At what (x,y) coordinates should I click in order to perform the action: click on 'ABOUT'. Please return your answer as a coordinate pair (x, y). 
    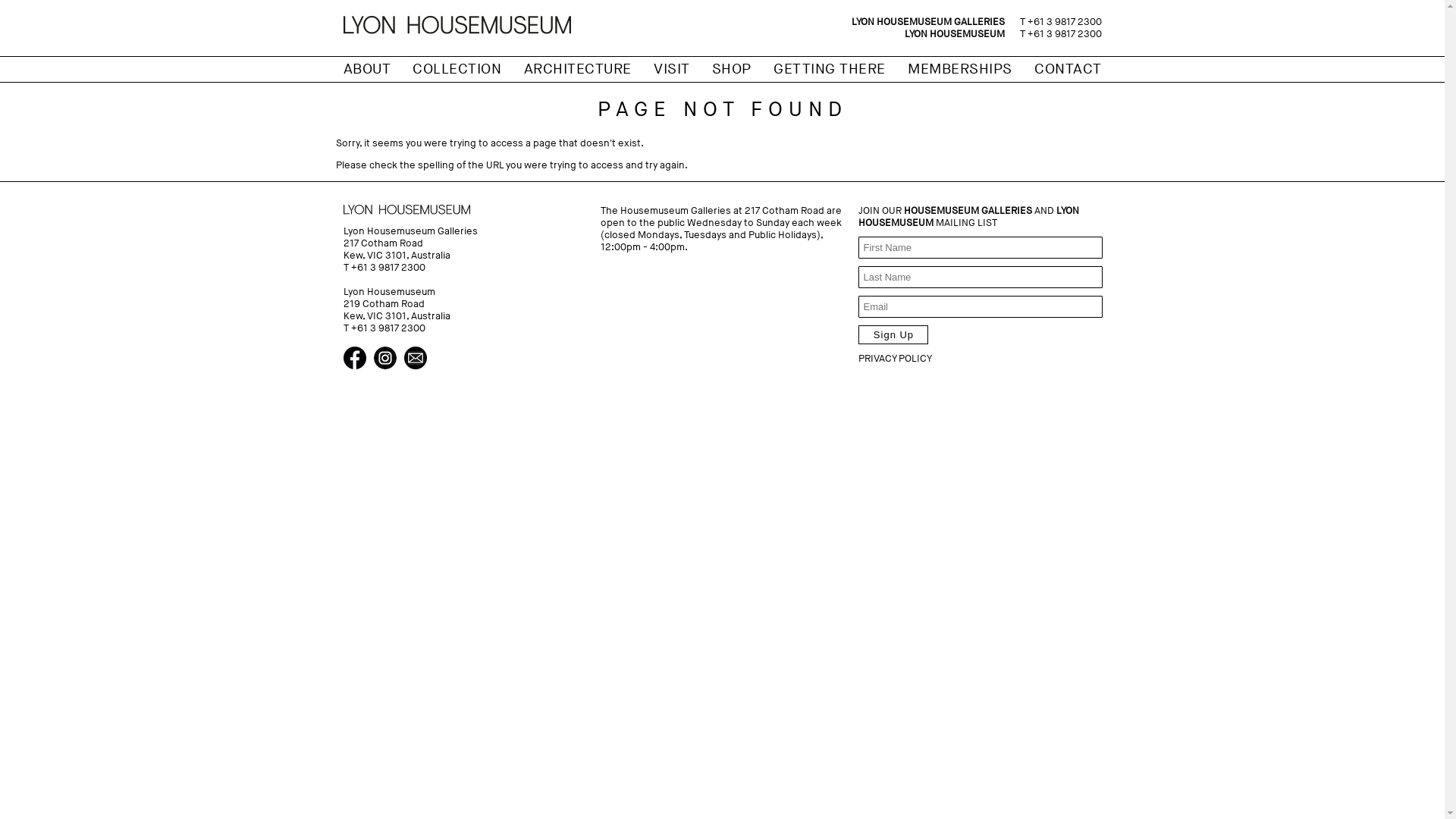
    Looking at the image, I should click on (366, 69).